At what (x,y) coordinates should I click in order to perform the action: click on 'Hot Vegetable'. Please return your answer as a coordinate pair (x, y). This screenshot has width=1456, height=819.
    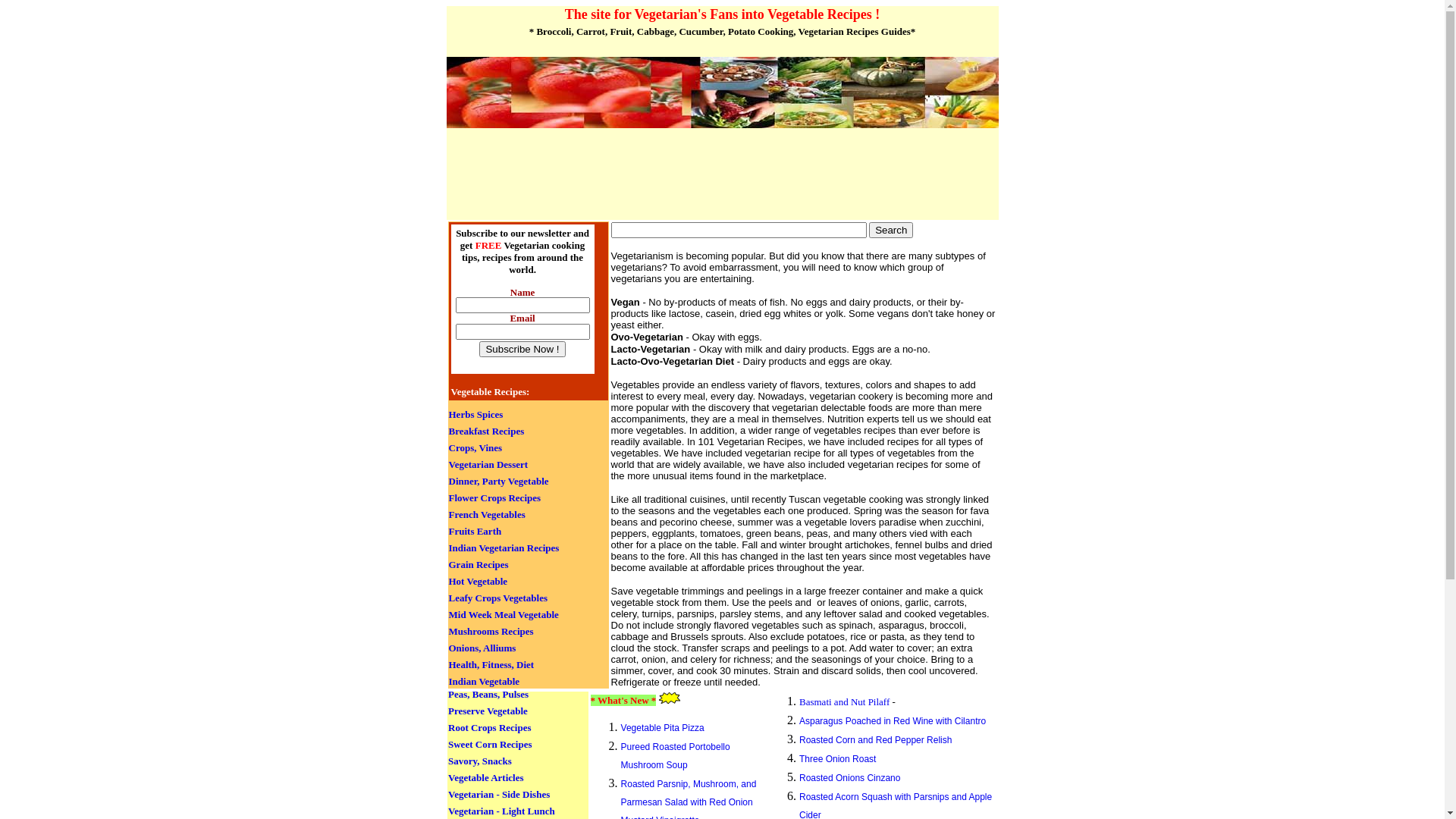
    Looking at the image, I should click on (477, 580).